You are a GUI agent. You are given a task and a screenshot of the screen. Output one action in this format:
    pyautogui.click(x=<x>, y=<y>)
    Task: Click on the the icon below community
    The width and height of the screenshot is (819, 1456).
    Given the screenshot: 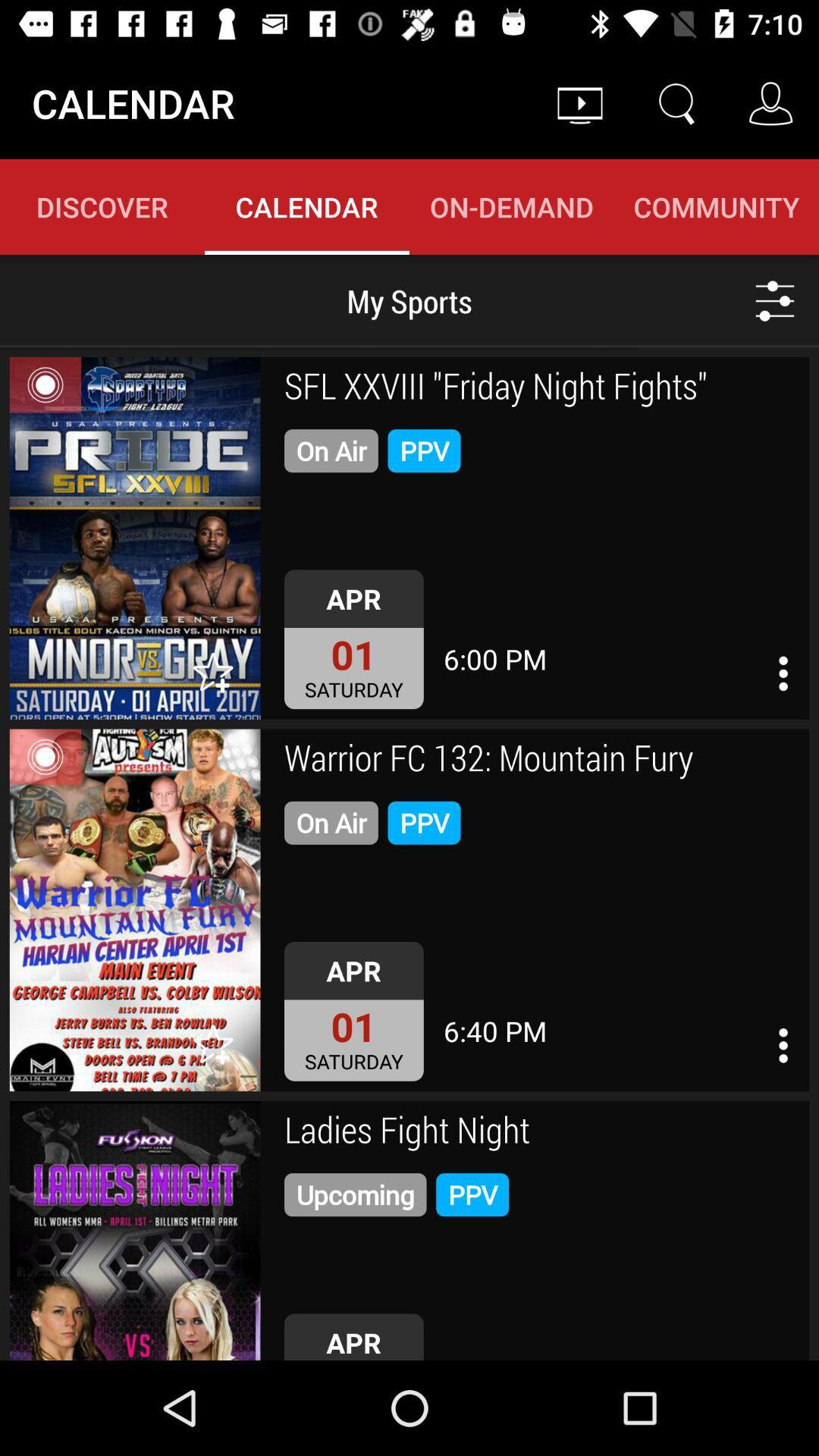 What is the action you would take?
    pyautogui.click(x=775, y=300)
    